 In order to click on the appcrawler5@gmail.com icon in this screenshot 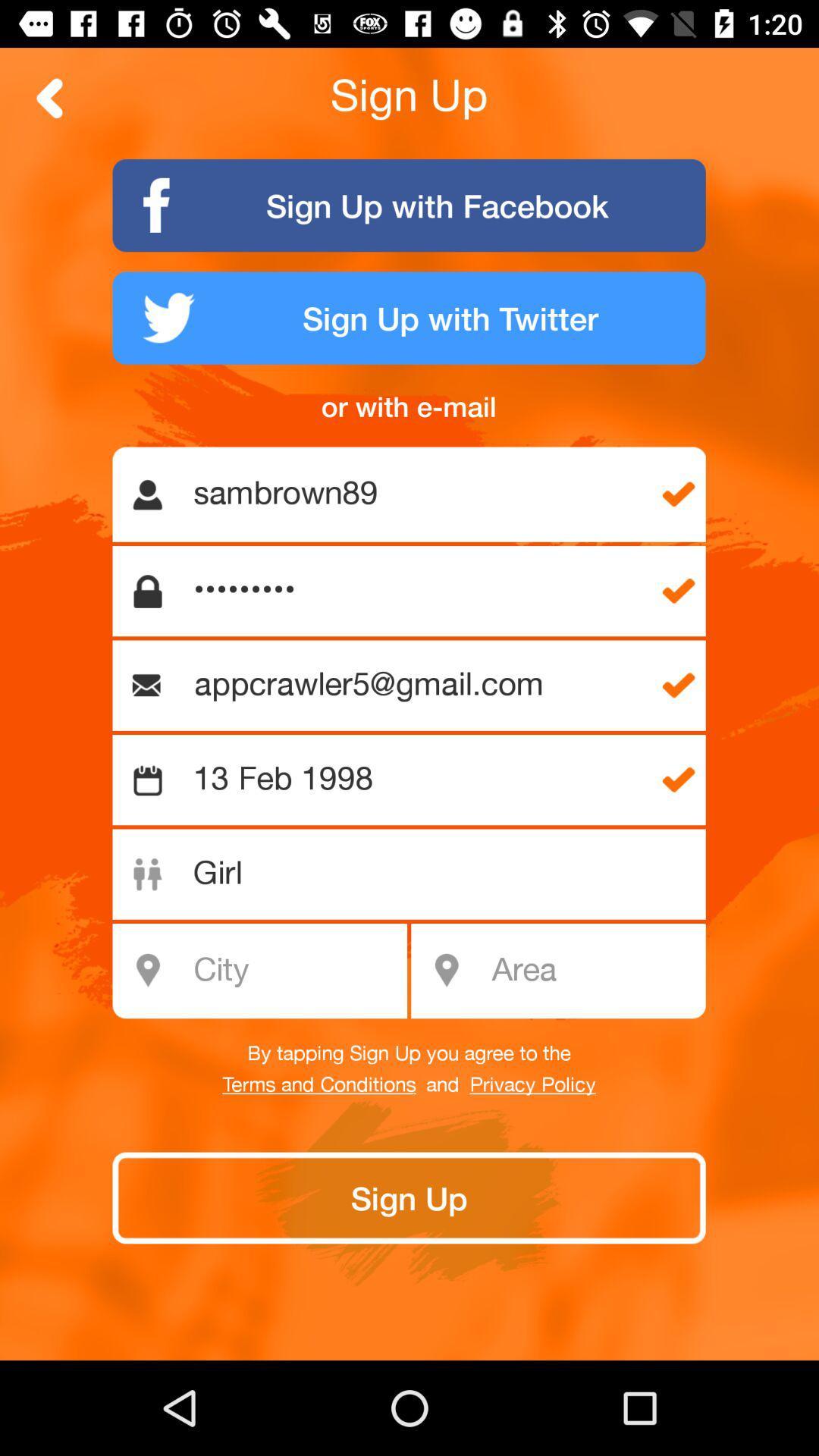, I will do `click(416, 685)`.